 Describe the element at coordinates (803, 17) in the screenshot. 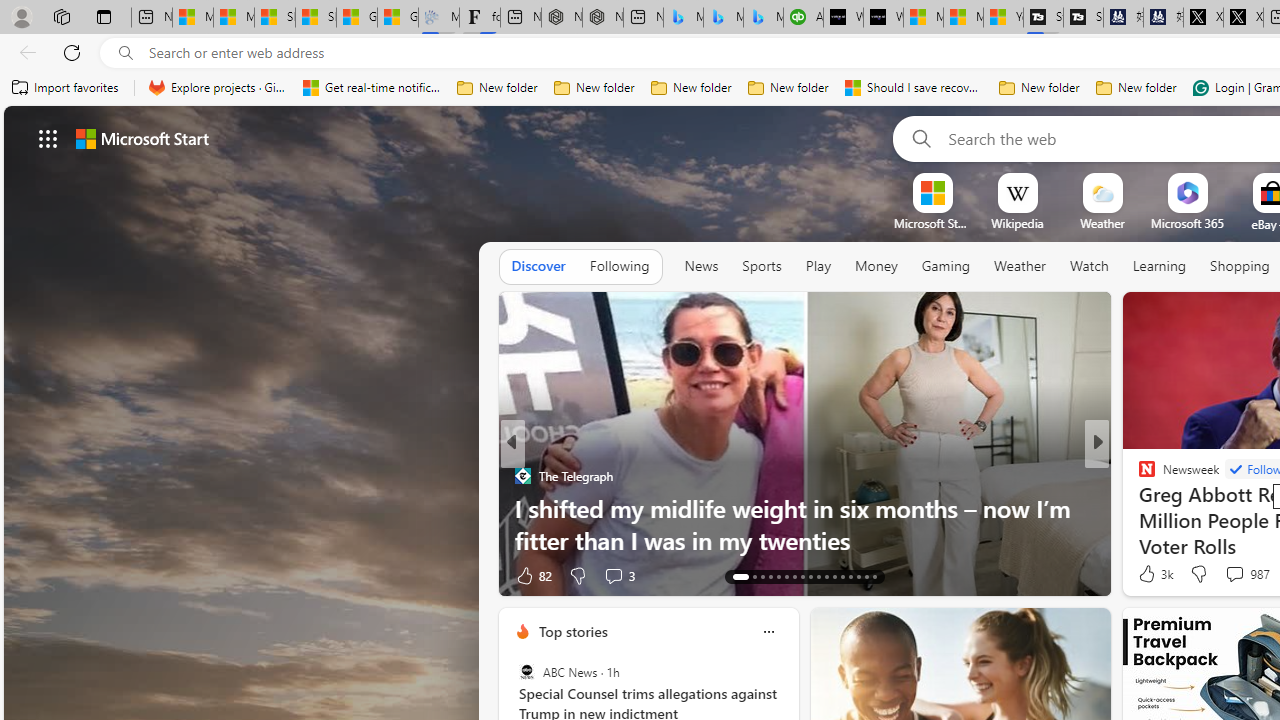

I see `'Accounting Software for Accountants, CPAs and Bookkeepers'` at that location.